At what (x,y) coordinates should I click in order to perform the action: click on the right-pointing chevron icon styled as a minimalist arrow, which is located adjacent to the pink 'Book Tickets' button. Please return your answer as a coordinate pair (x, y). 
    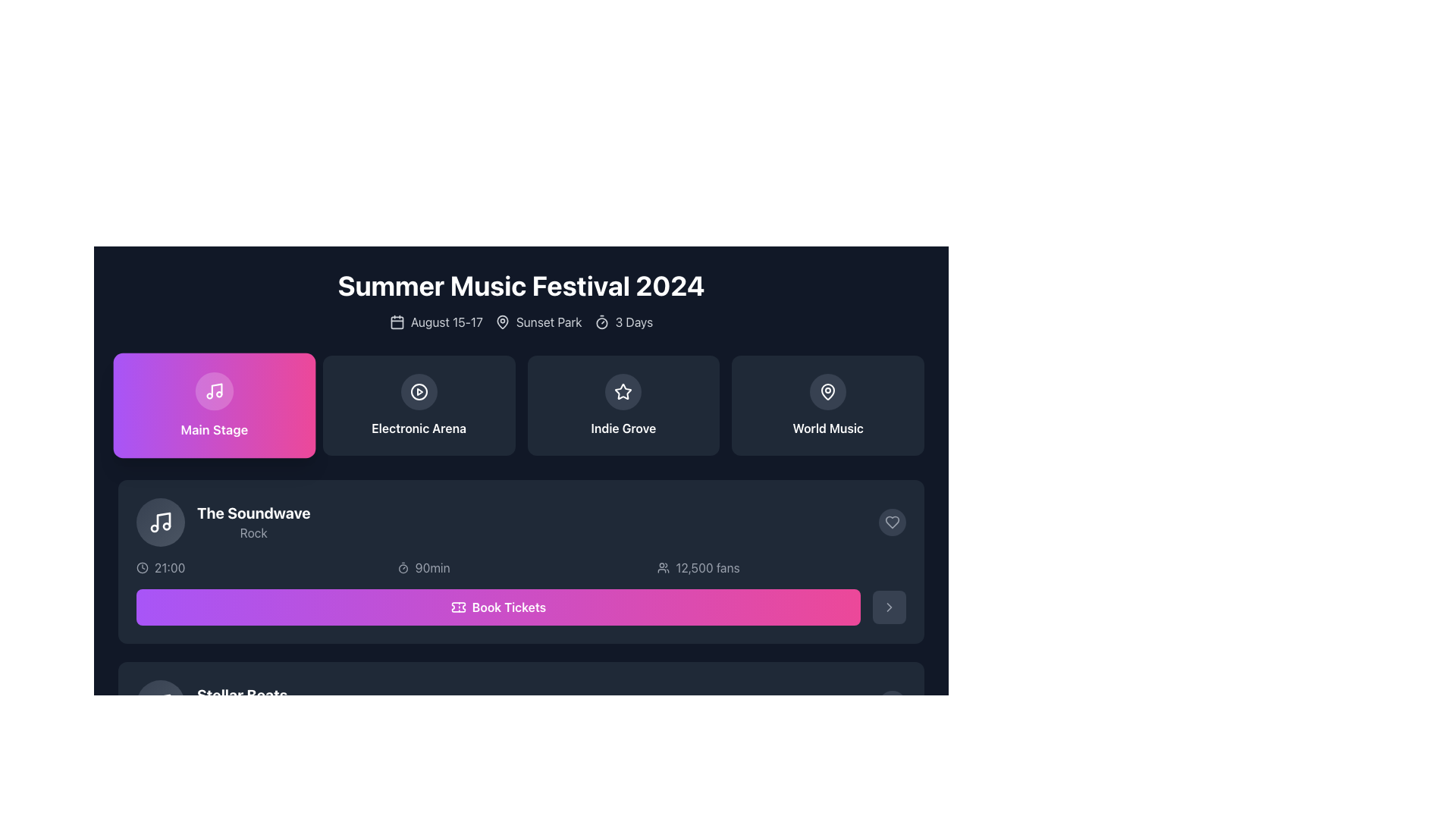
    Looking at the image, I should click on (889, 607).